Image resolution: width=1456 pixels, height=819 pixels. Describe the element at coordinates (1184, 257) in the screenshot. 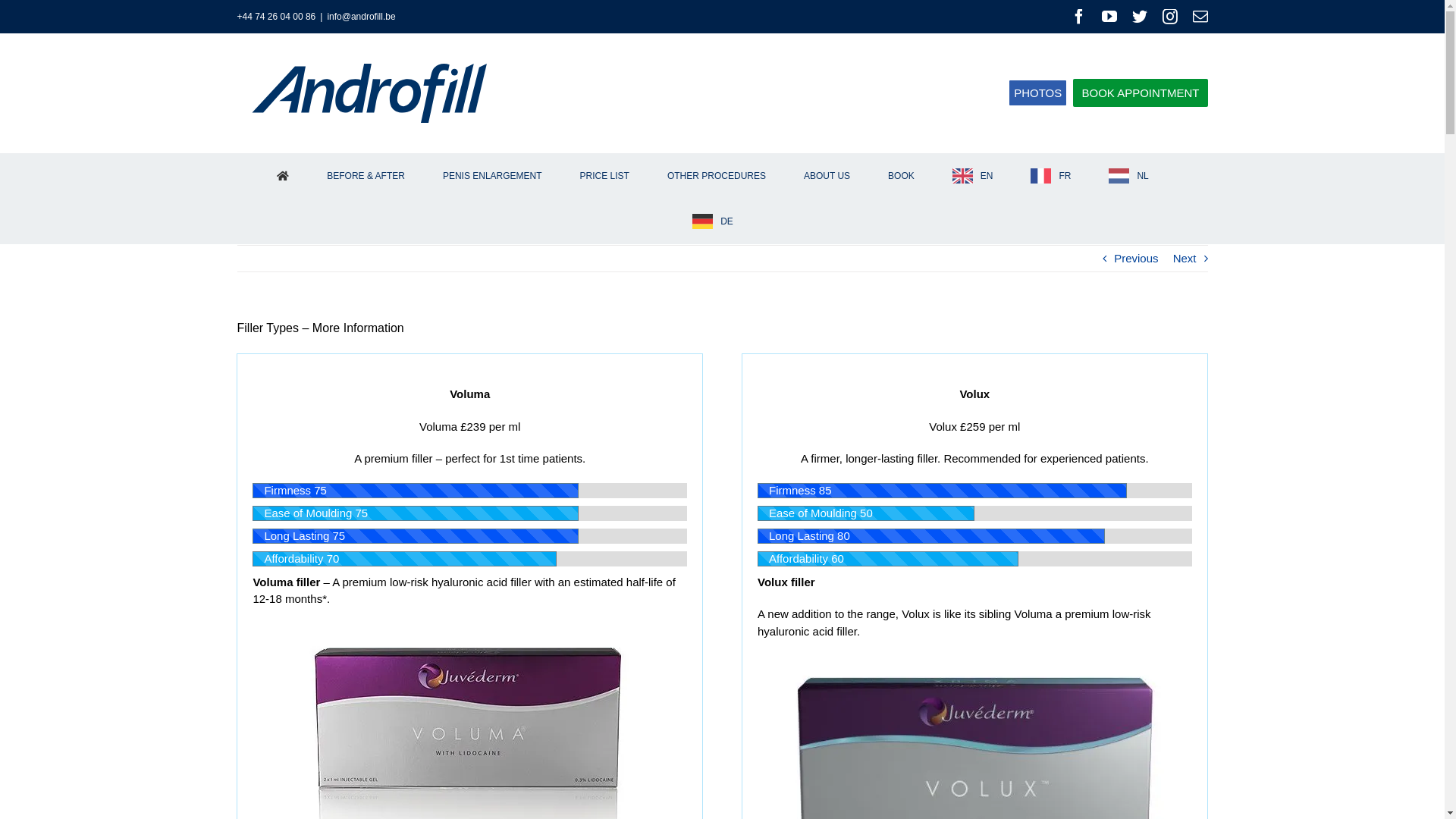

I see `'Next'` at that location.